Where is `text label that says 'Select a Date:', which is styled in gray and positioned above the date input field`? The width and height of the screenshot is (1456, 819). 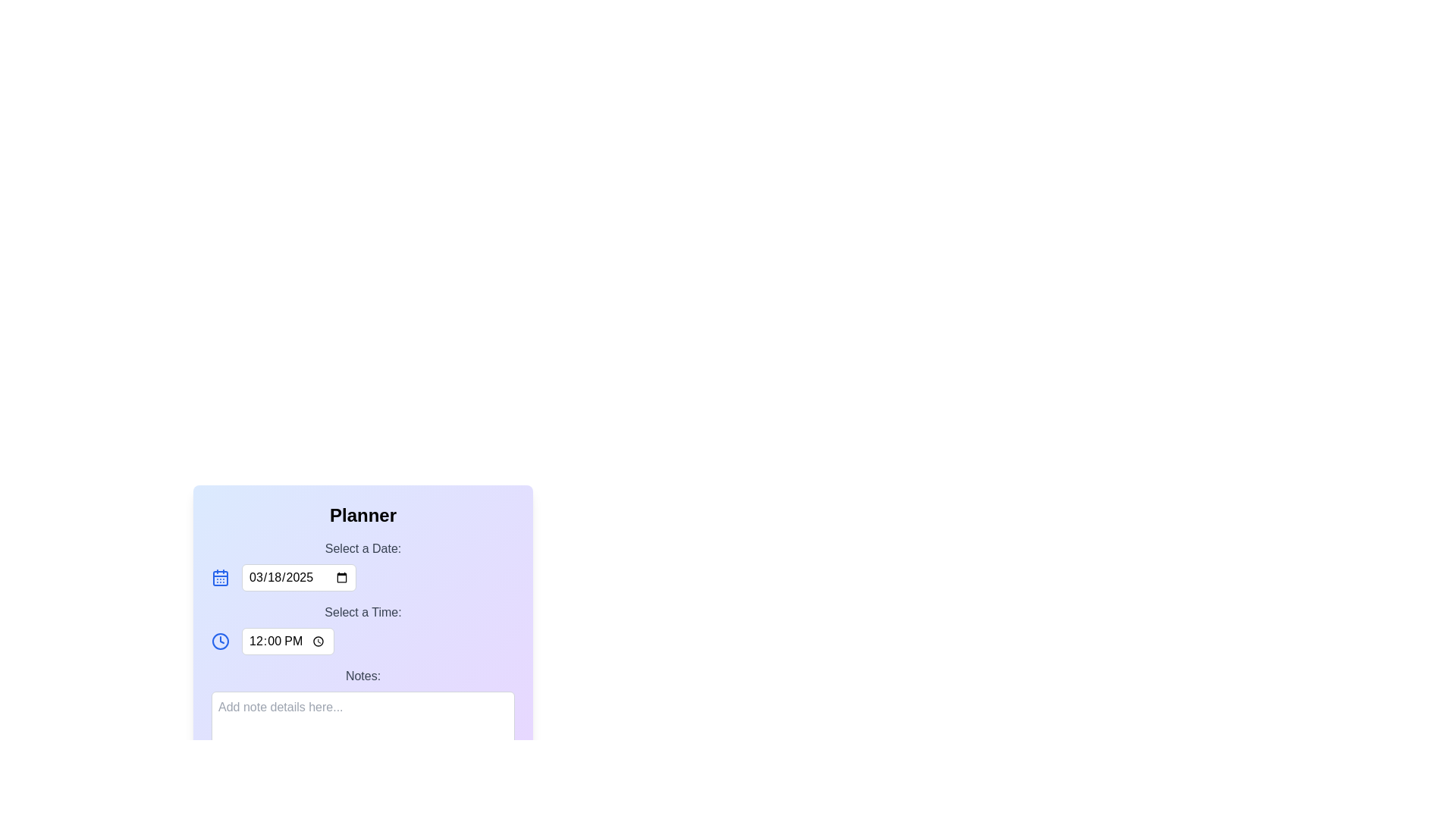
text label that says 'Select a Date:', which is styled in gray and positioned above the date input field is located at coordinates (362, 549).